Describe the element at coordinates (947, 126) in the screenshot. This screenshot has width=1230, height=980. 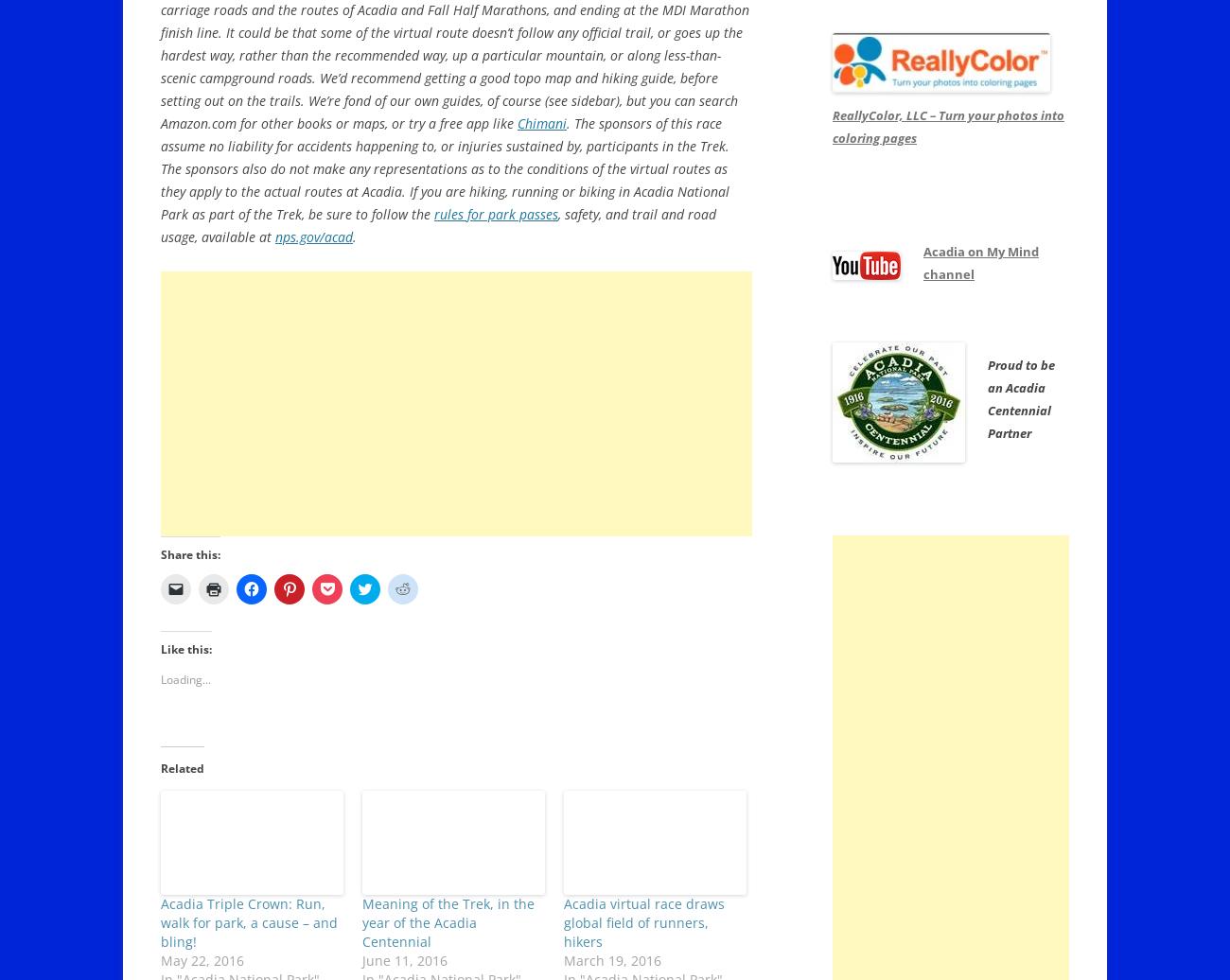
I see `'ReallyColor, LLC – Turn your photos into coloring pages'` at that location.